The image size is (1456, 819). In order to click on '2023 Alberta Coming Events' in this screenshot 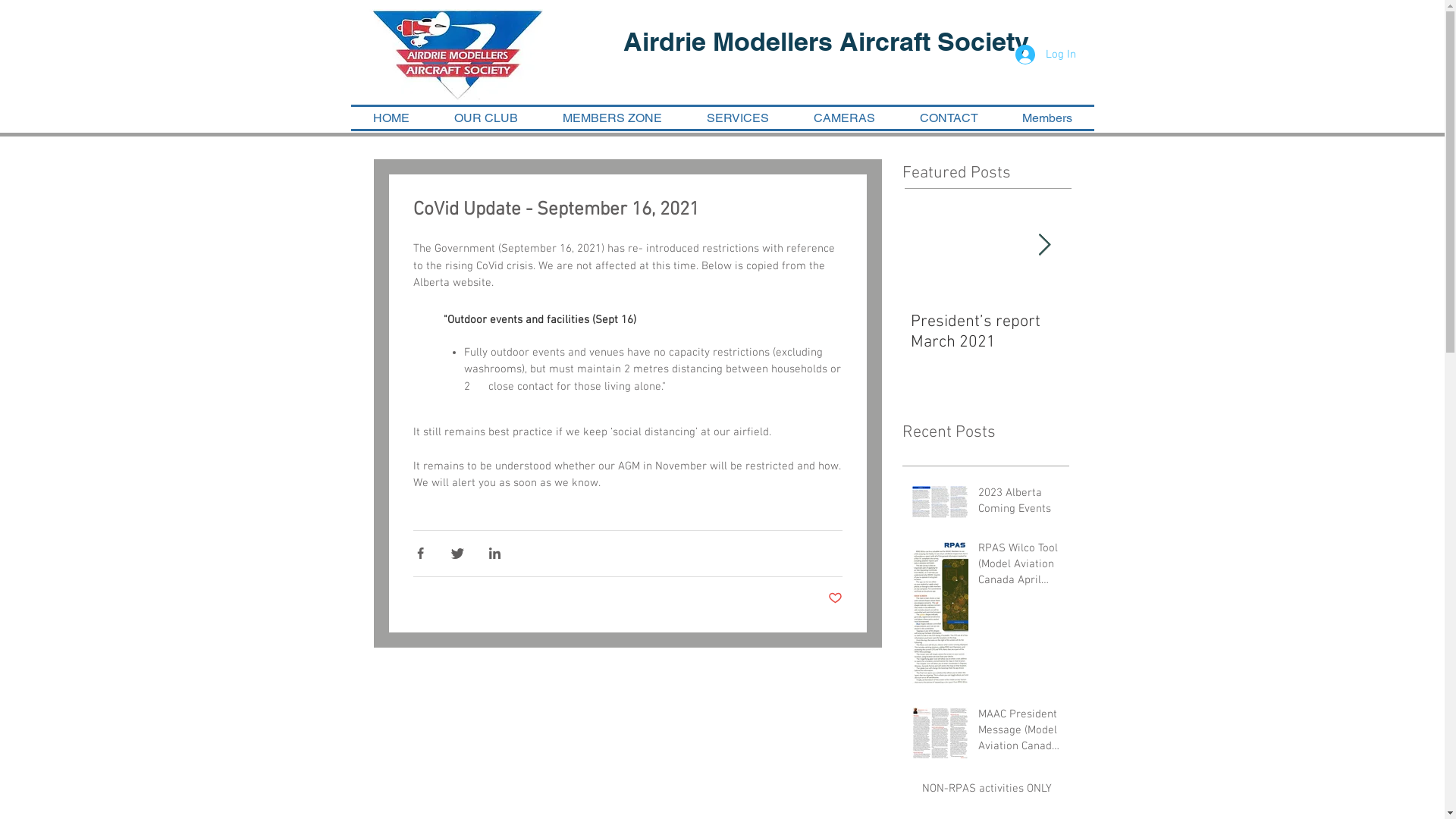, I will do `click(1019, 504)`.